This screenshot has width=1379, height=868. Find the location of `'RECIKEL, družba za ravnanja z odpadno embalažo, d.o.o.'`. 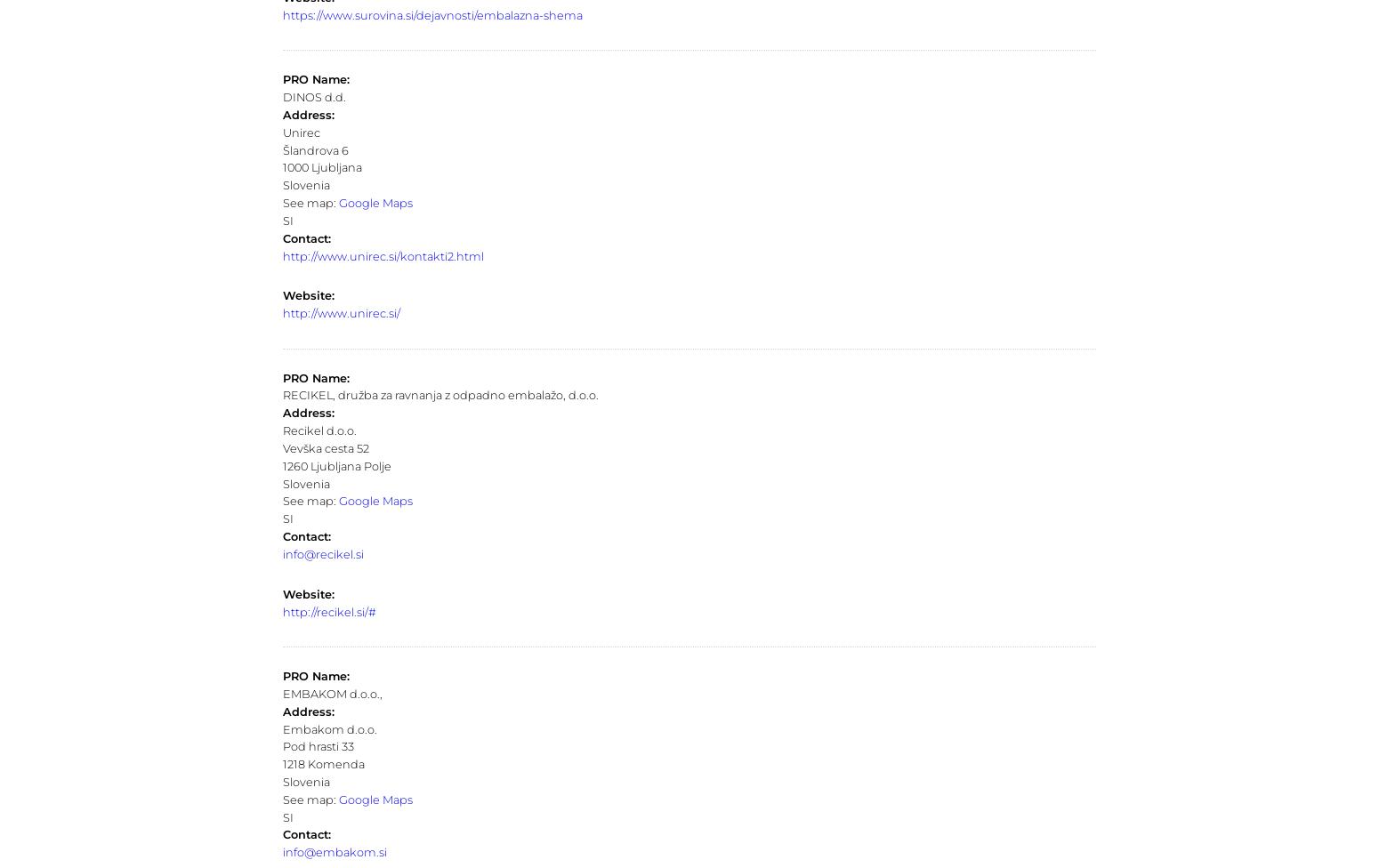

'RECIKEL, družba za ravnanja z odpadno embalažo, d.o.o.' is located at coordinates (280, 394).